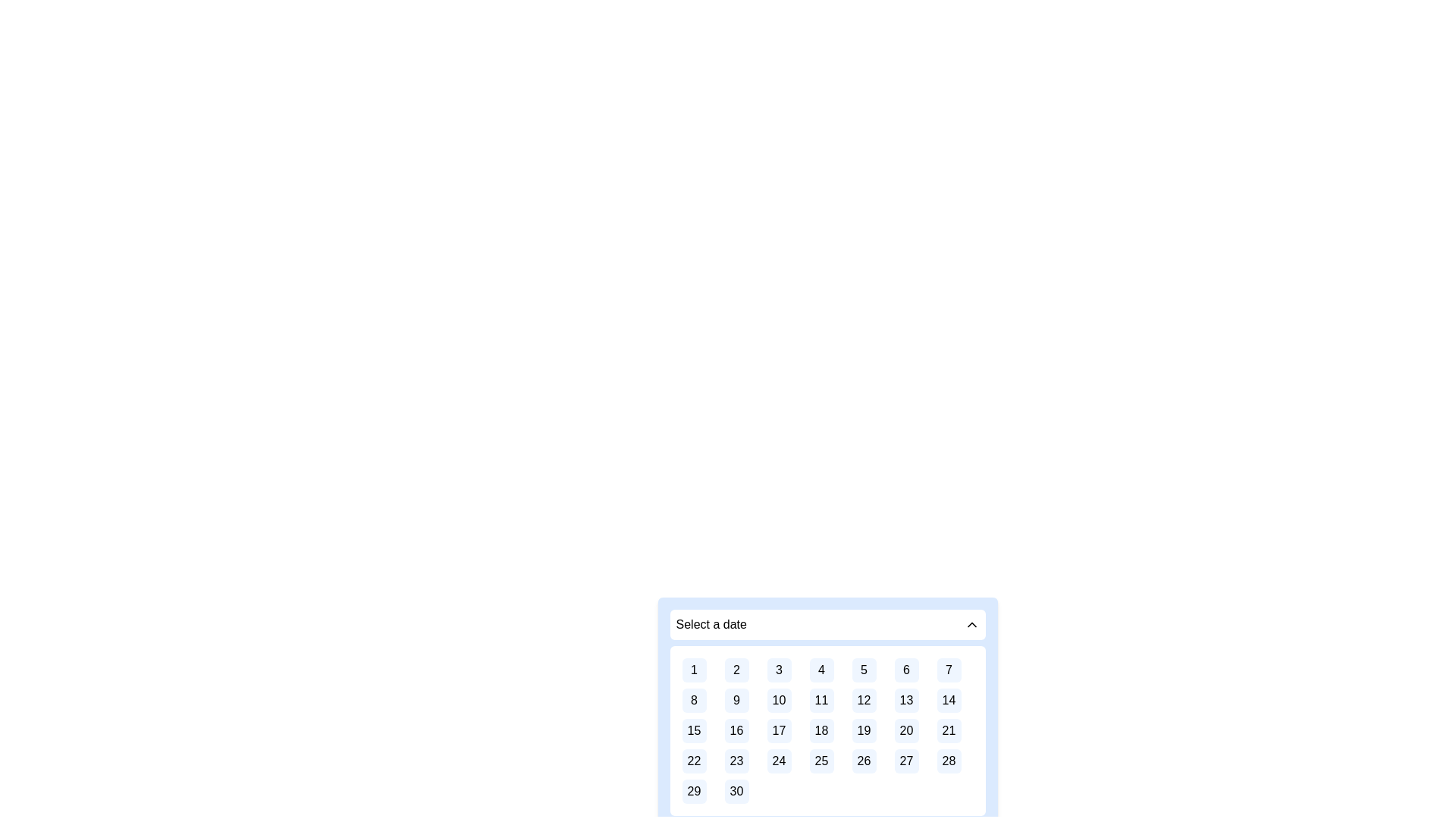  I want to click on the button representing the numerical day '5' in the calendar date-picker interface, so click(864, 669).